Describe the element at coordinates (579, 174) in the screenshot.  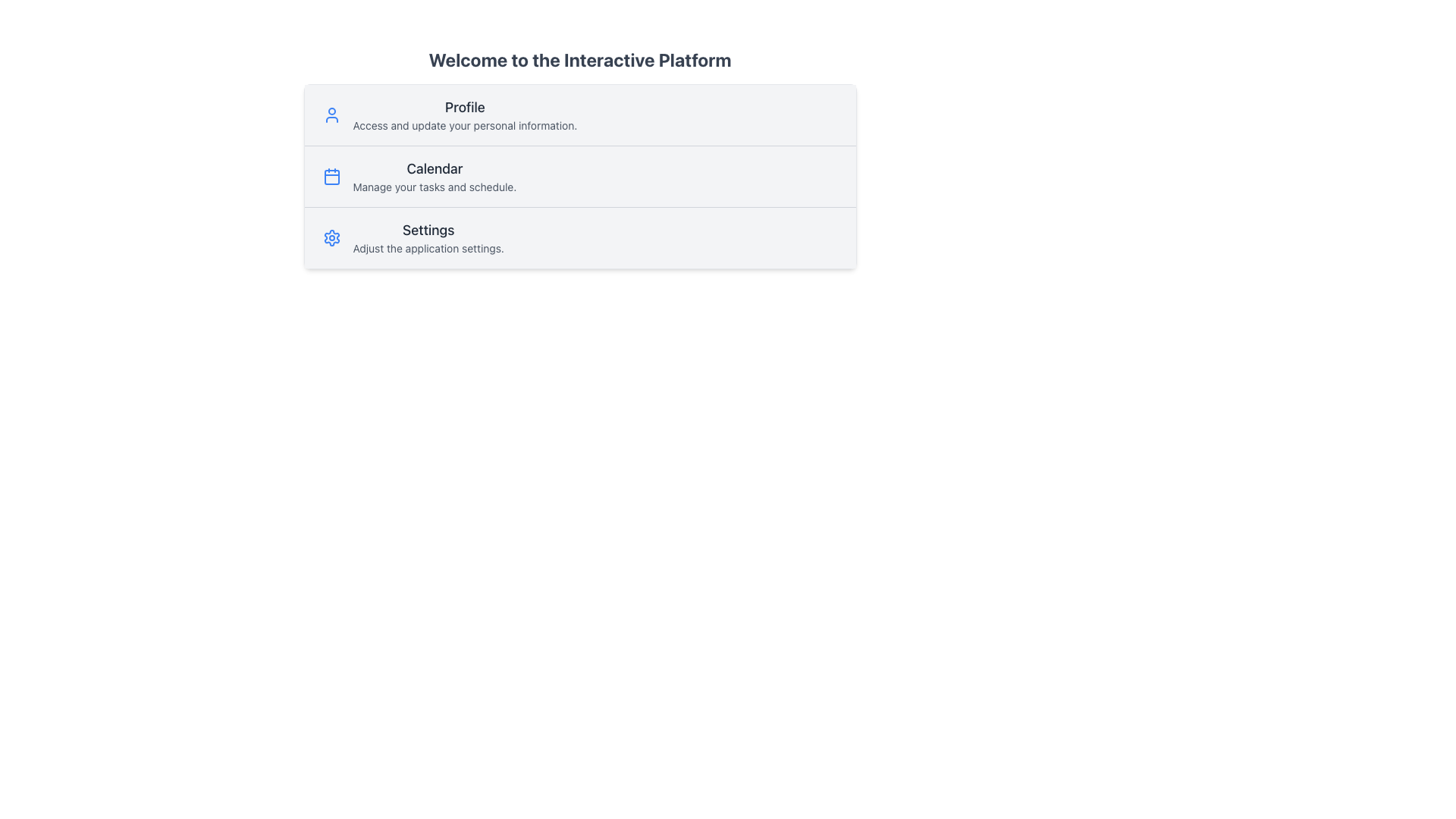
I see `contents of the List item with an icon and two textual components that provides access to calendar-related functionalities, located in the second row of the vertical list` at that location.